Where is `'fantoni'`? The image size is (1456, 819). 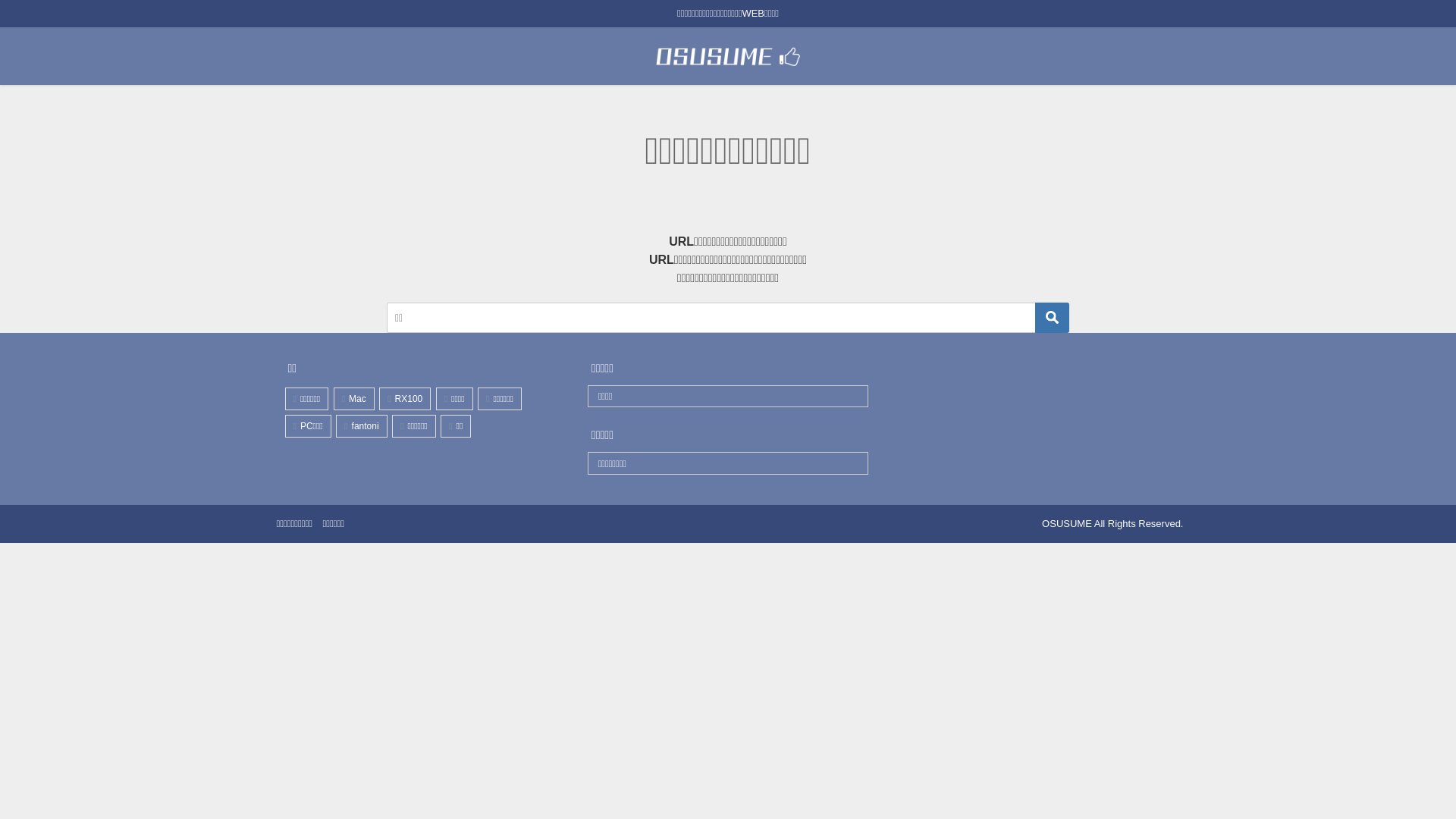
'fantoni' is located at coordinates (360, 425).